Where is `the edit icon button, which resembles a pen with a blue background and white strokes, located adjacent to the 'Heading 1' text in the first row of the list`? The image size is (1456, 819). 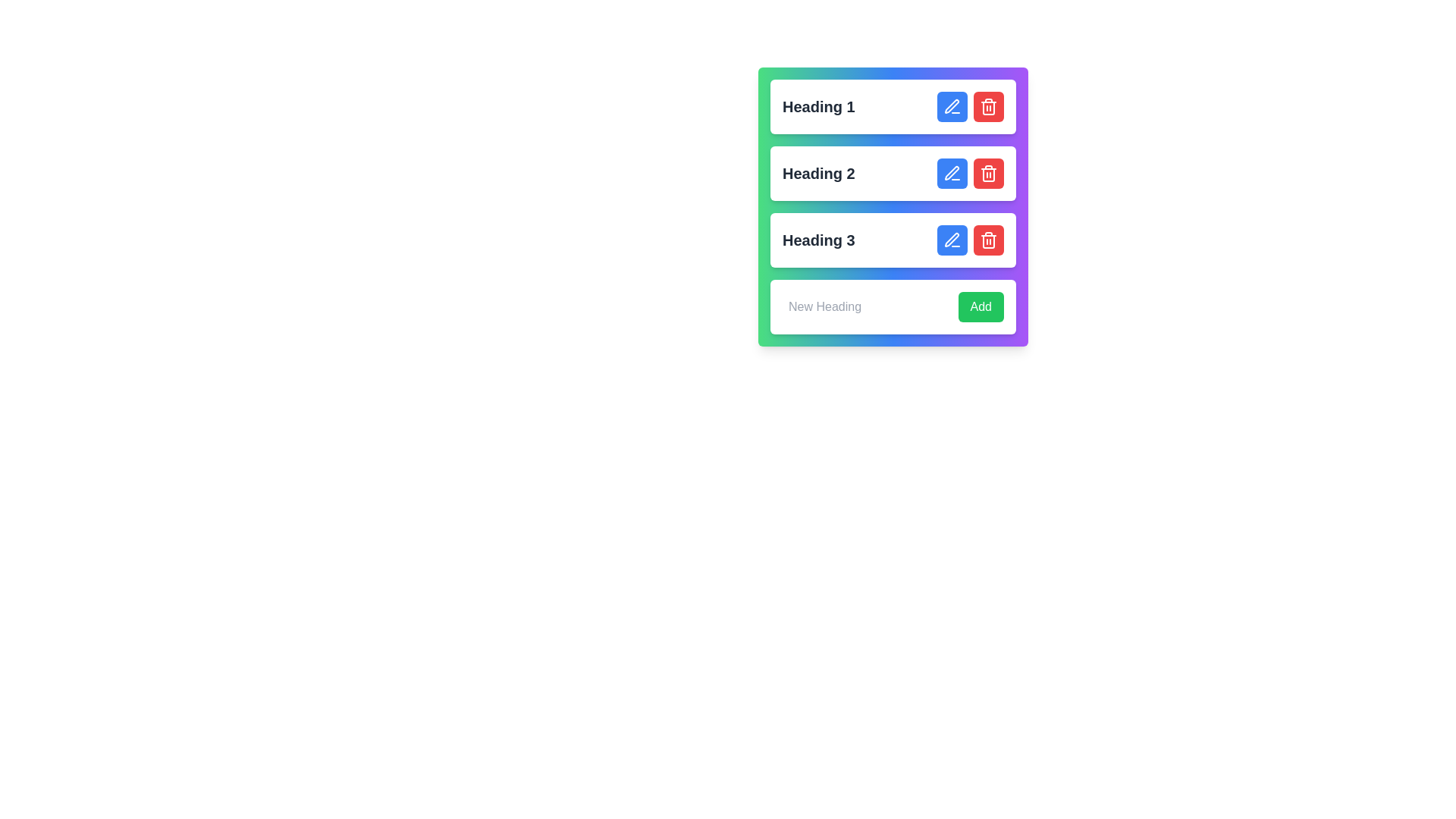
the edit icon button, which resembles a pen with a blue background and white strokes, located adjacent to the 'Heading 1' text in the first row of the list is located at coordinates (952, 106).